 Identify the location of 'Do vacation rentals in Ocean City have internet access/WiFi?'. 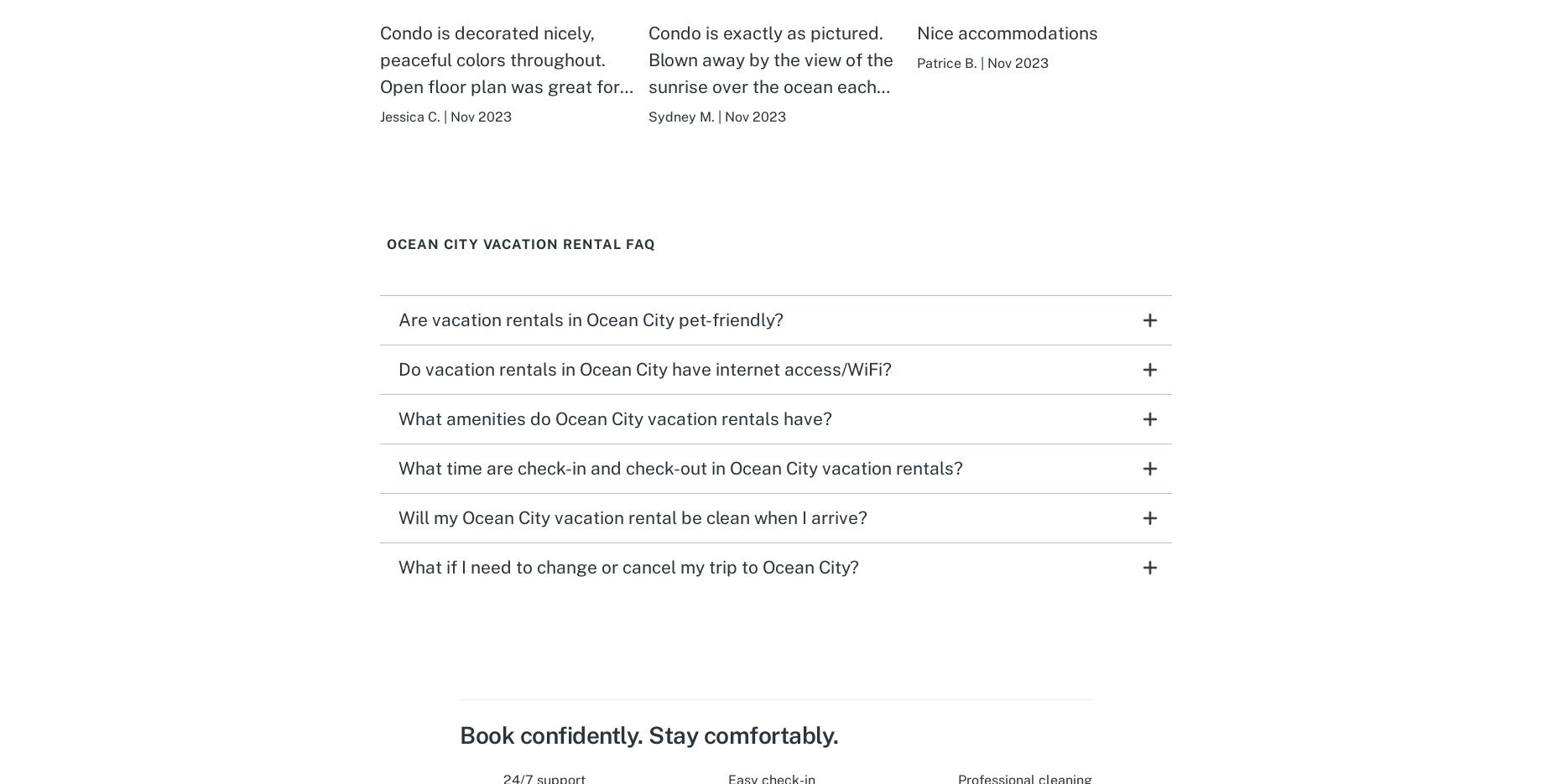
(398, 367).